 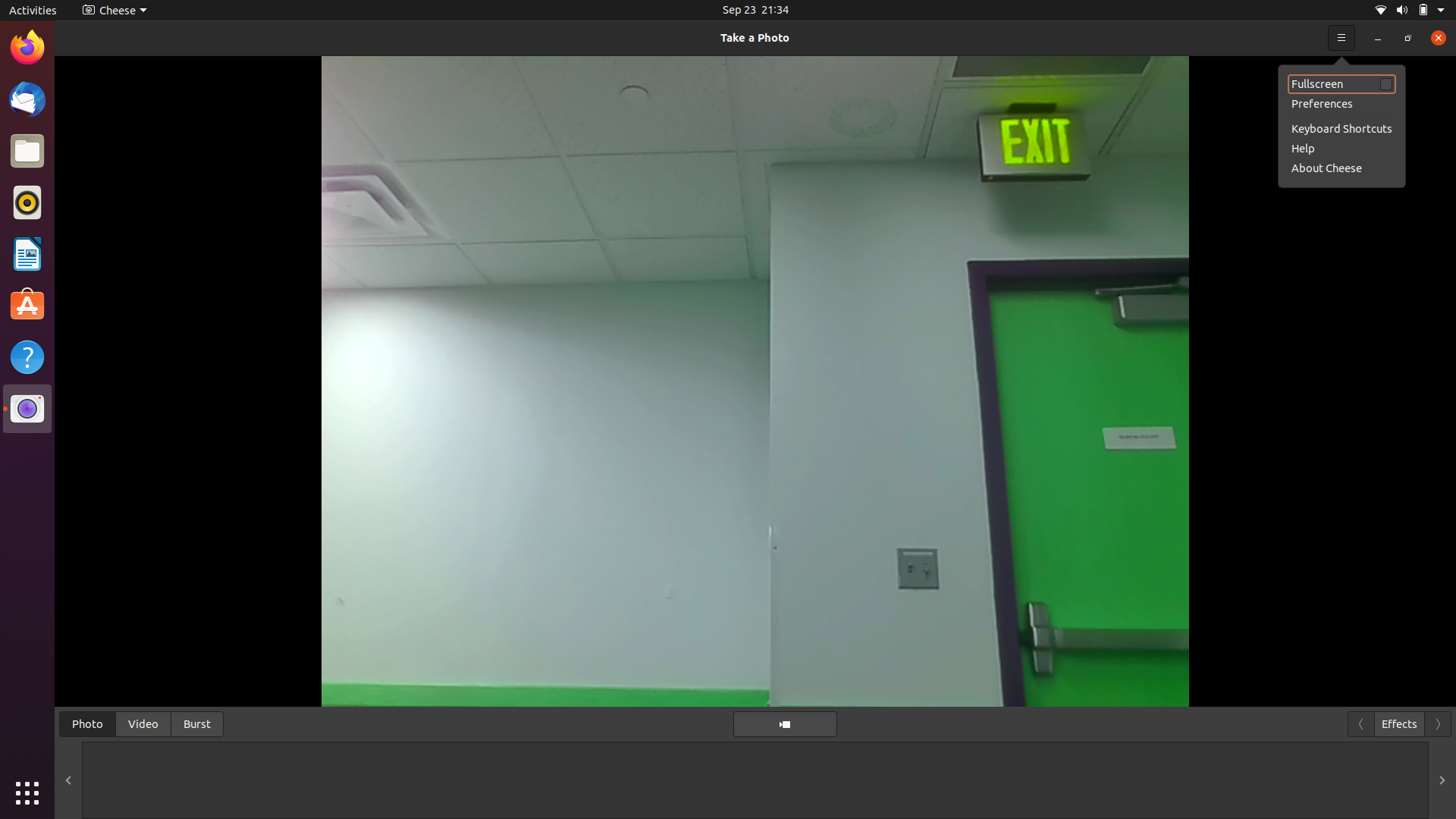 I want to click on preferences menu, so click(x=1341, y=103).